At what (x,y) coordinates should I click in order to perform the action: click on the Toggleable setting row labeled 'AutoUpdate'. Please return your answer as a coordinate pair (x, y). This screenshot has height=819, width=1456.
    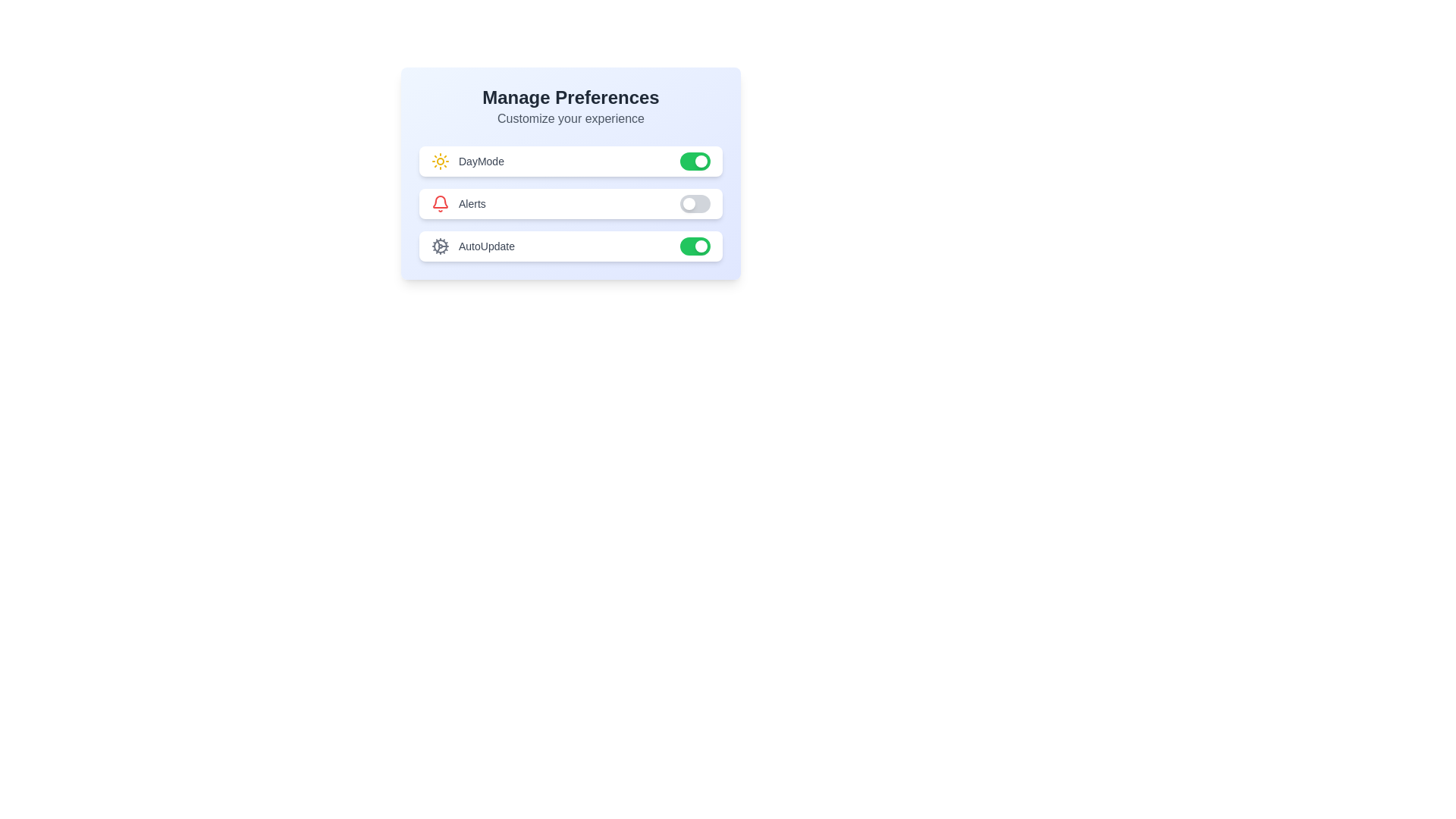
    Looking at the image, I should click on (570, 245).